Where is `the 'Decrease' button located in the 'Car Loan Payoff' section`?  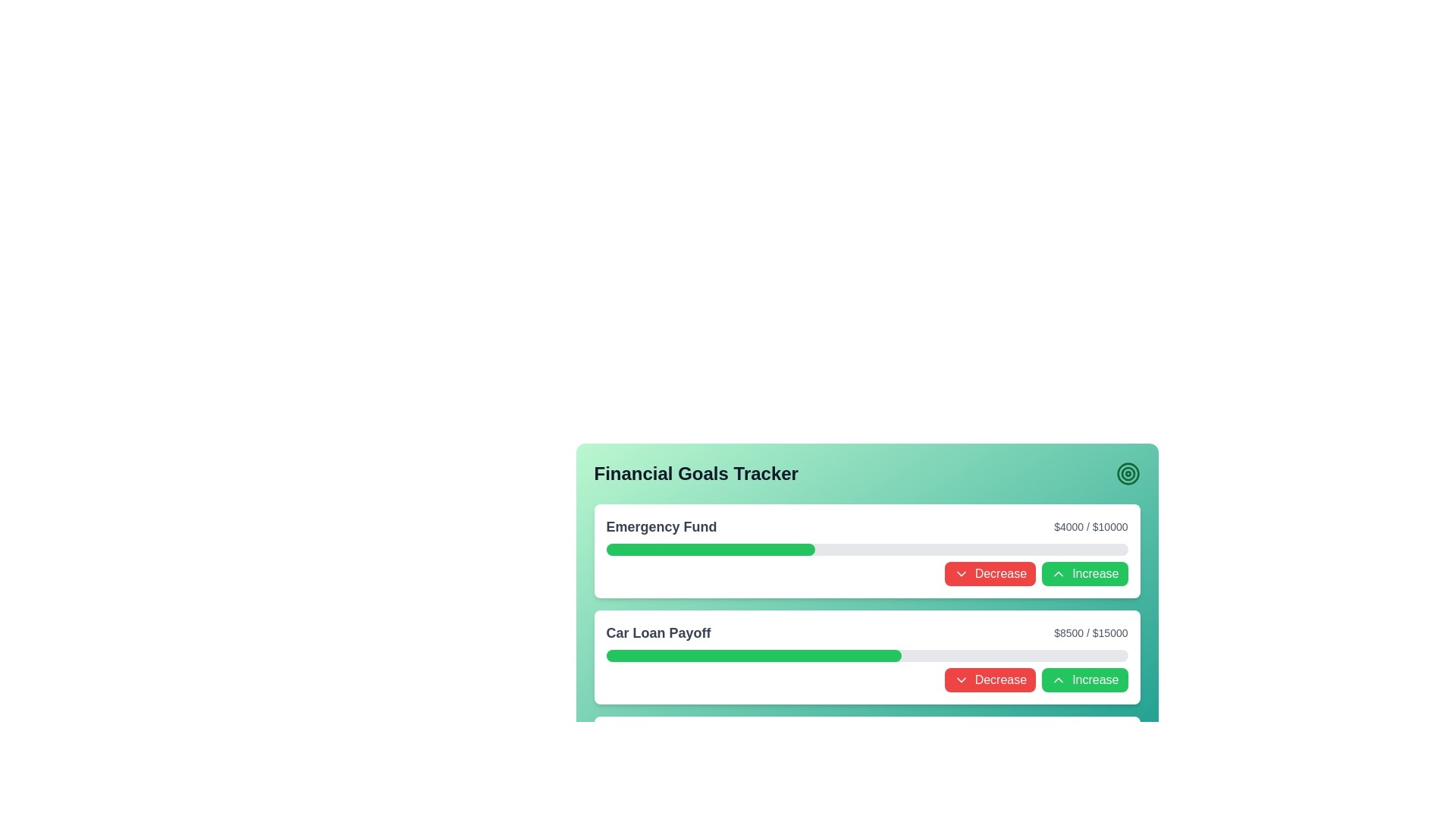
the 'Decrease' button located in the 'Car Loan Payoff' section is located at coordinates (990, 786).